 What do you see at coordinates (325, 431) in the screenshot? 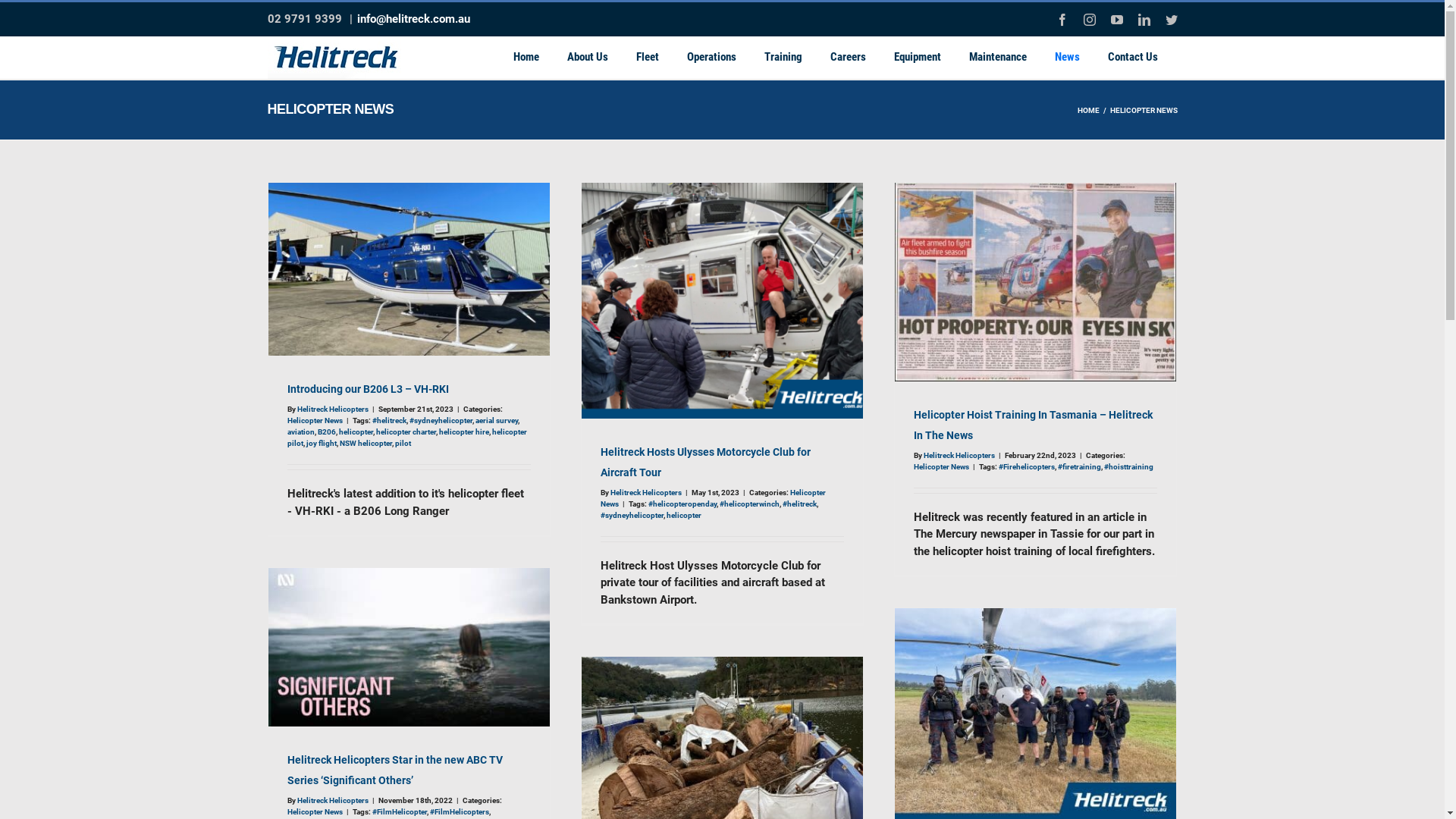
I see `'B206'` at bounding box center [325, 431].